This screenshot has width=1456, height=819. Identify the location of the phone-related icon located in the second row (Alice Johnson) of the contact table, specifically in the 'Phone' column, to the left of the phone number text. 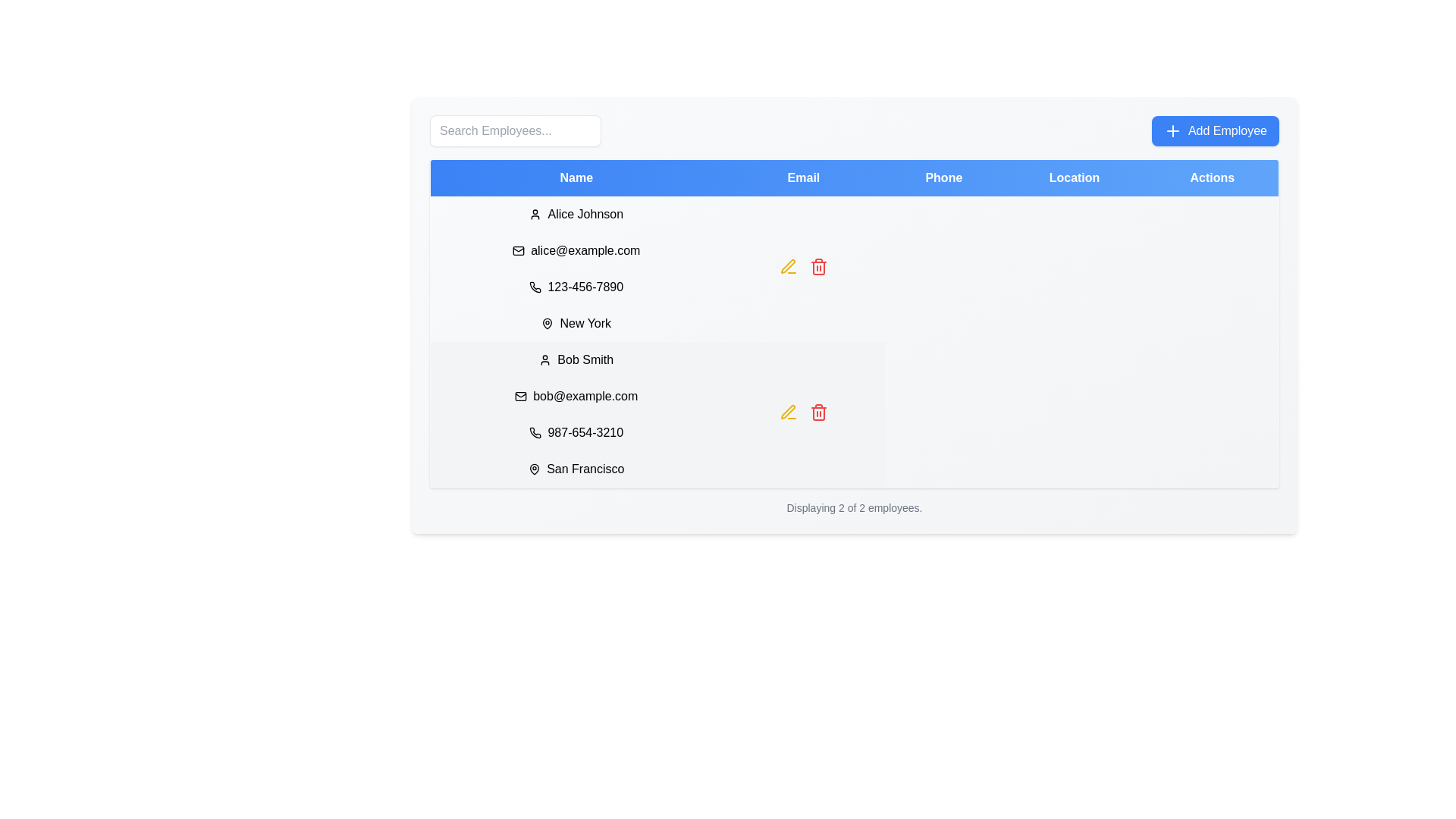
(535, 287).